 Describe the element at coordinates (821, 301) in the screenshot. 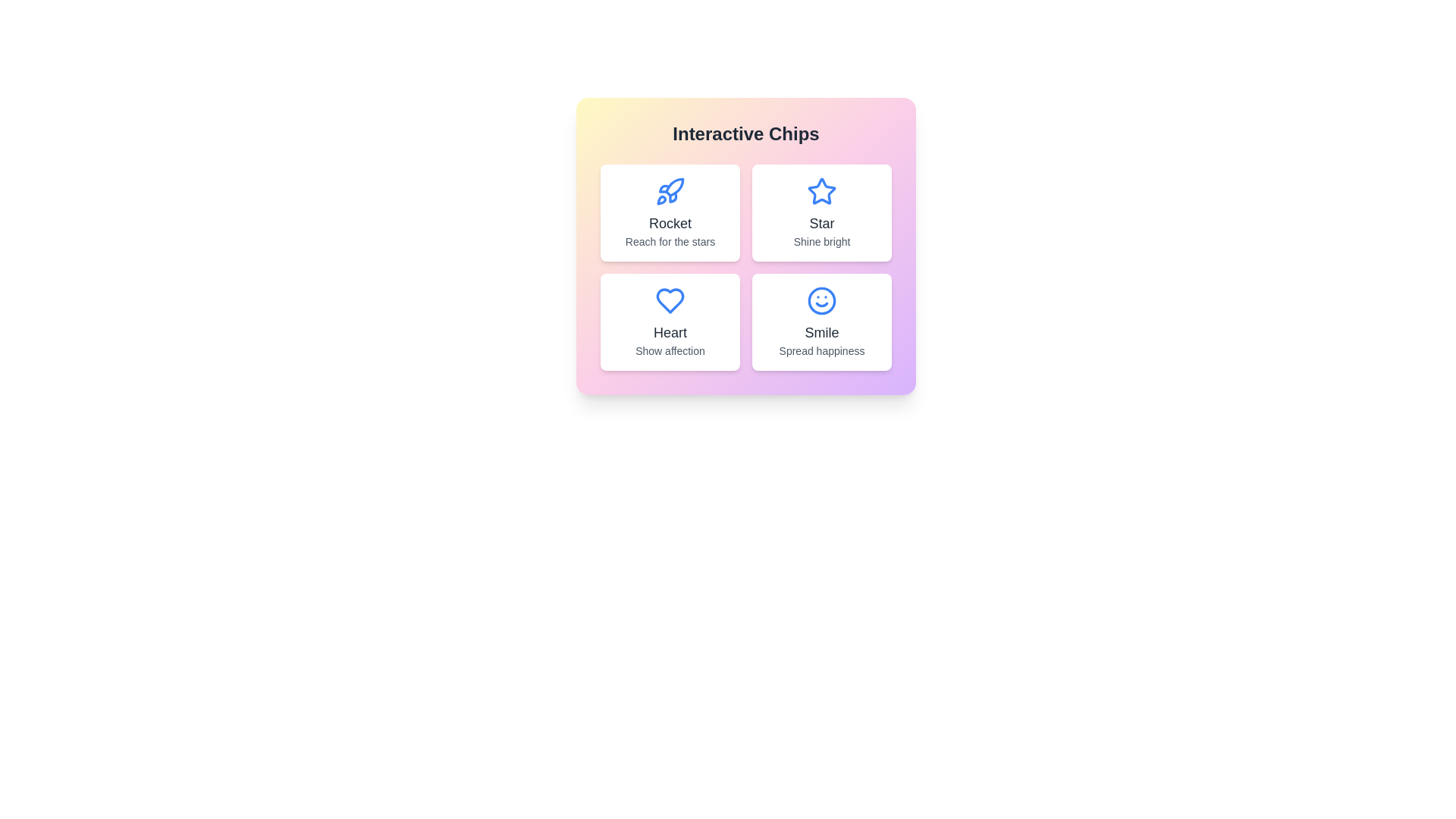

I see `the icon of the chip labeled Smile` at that location.